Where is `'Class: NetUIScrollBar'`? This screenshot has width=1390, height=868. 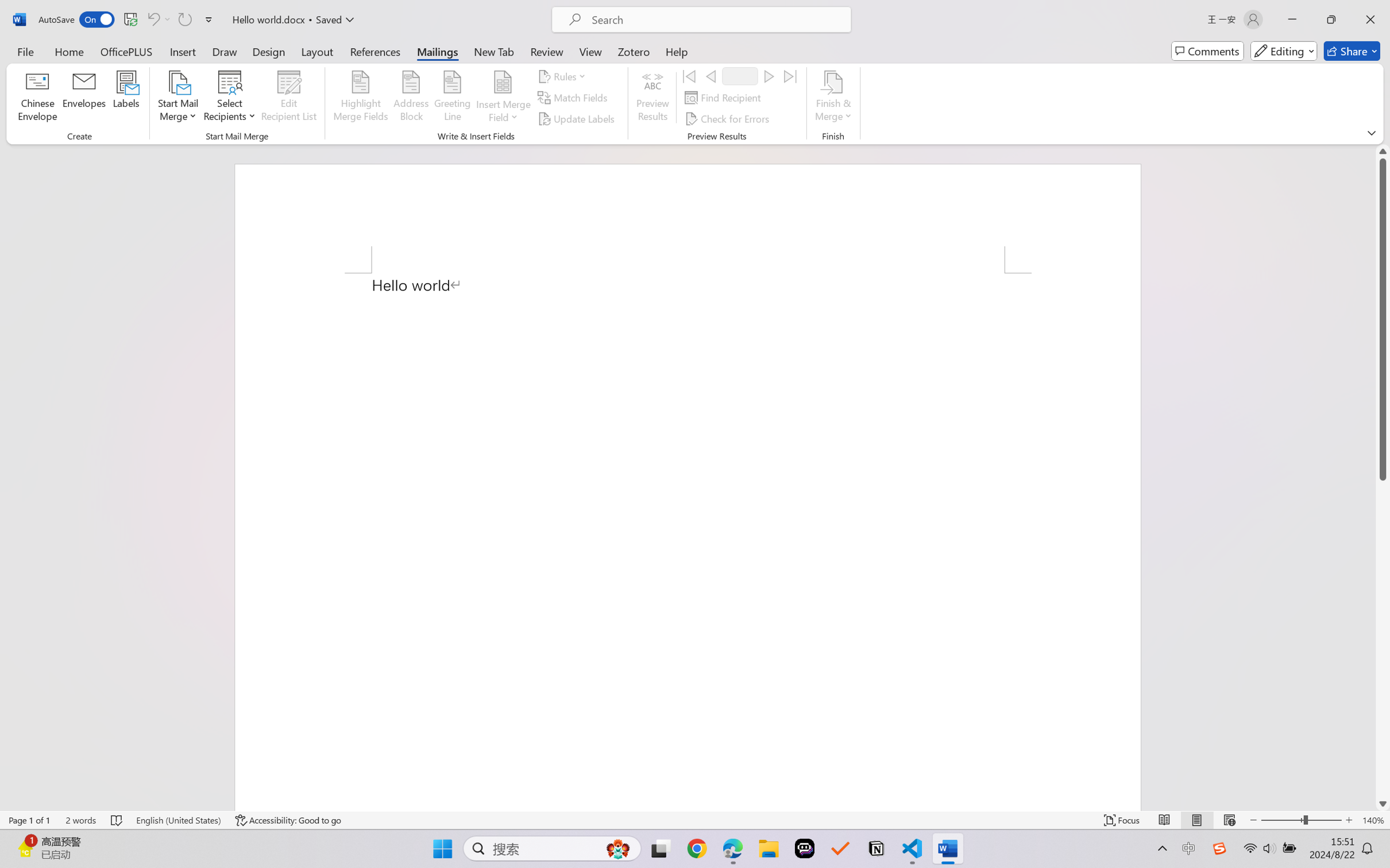 'Class: NetUIScrollBar' is located at coordinates (1383, 477).